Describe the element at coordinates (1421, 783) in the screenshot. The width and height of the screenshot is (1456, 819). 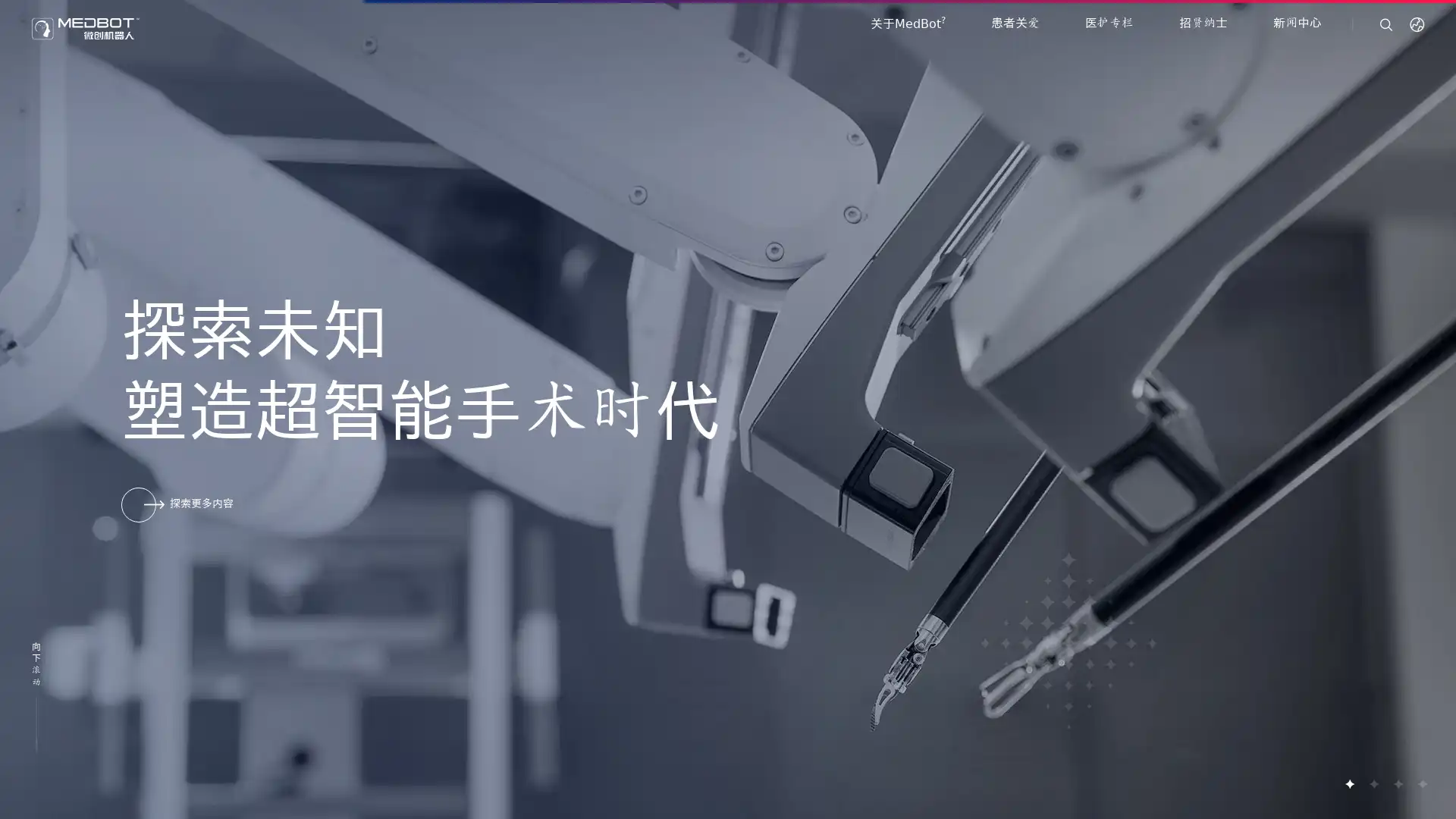
I see `Go to slide 4` at that location.